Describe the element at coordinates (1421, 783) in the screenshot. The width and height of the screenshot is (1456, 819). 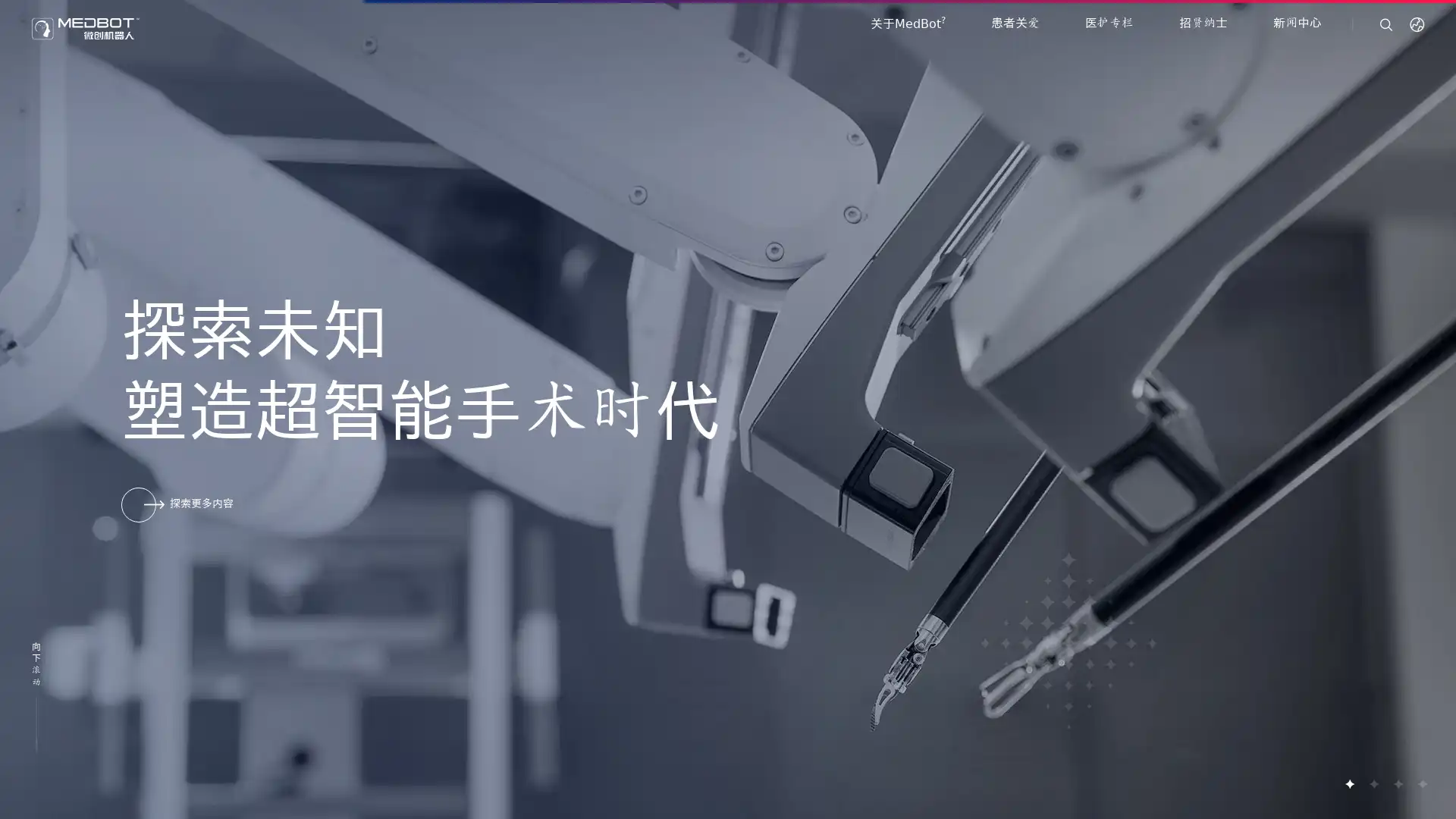
I see `Go to slide 4` at that location.